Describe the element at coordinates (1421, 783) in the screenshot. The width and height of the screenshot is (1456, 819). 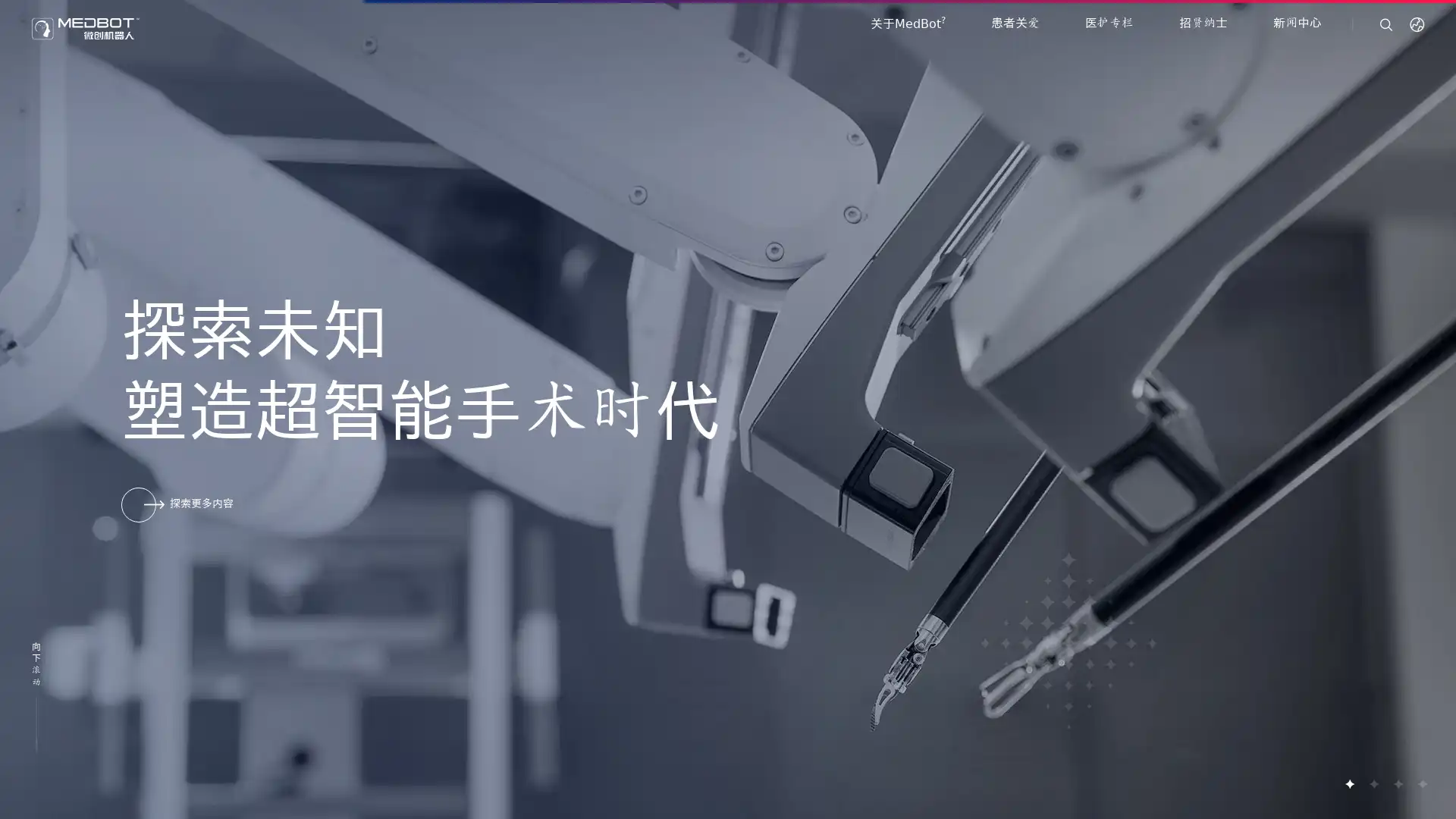
I see `Go to slide 4` at that location.